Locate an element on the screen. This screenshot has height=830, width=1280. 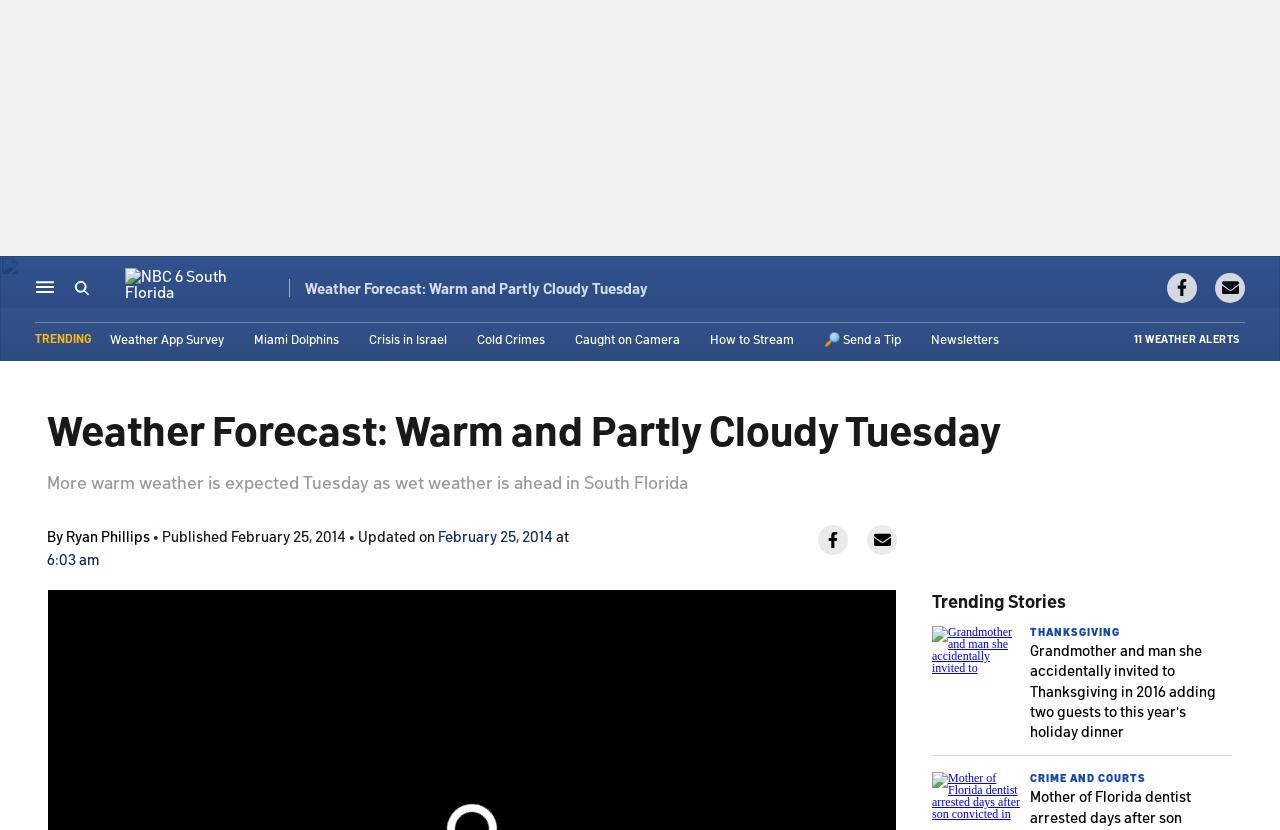
'Caught on Camera' is located at coordinates (626, 340).